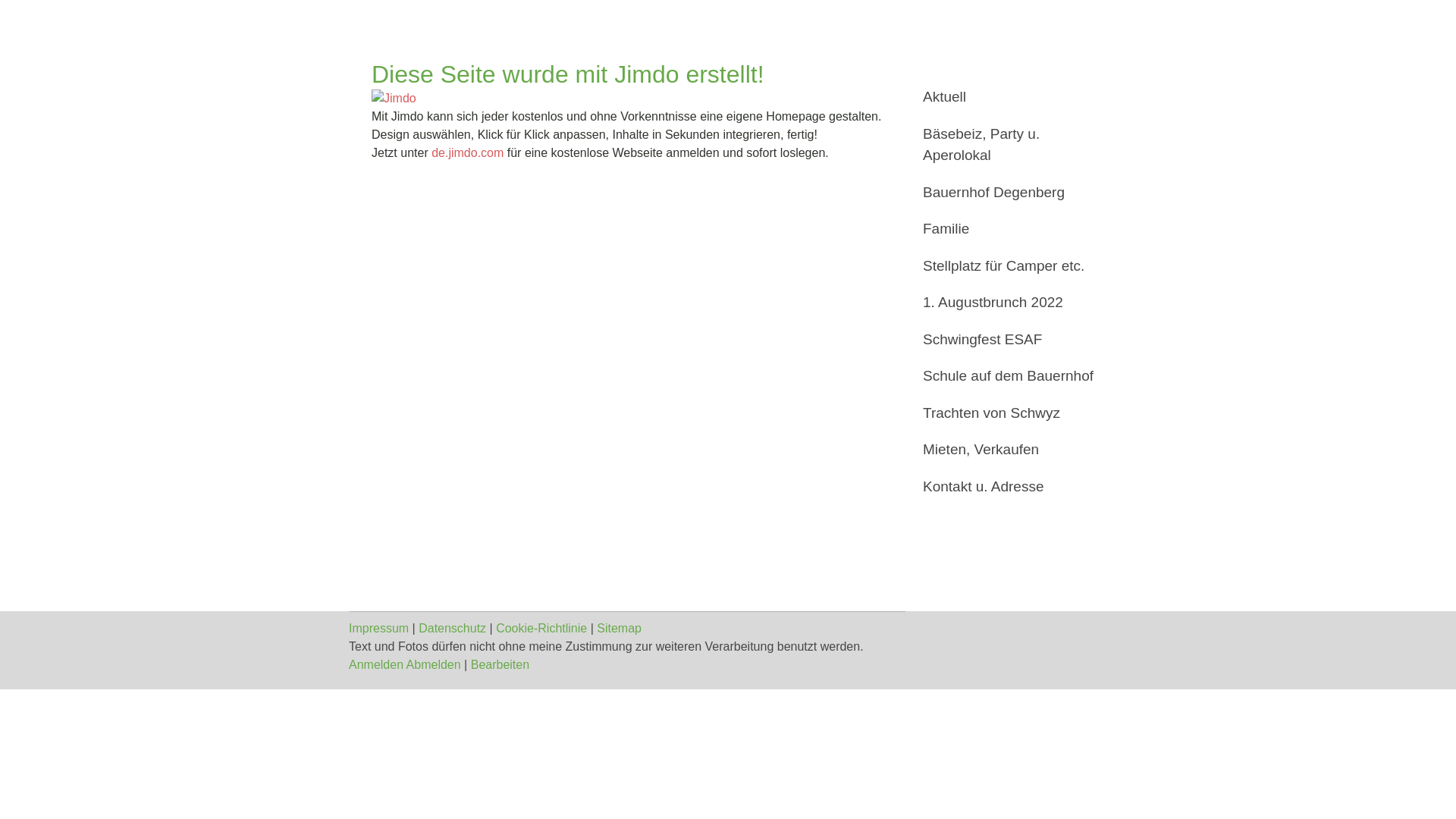  I want to click on 'Mieten, Verkaufen', so click(1008, 449).